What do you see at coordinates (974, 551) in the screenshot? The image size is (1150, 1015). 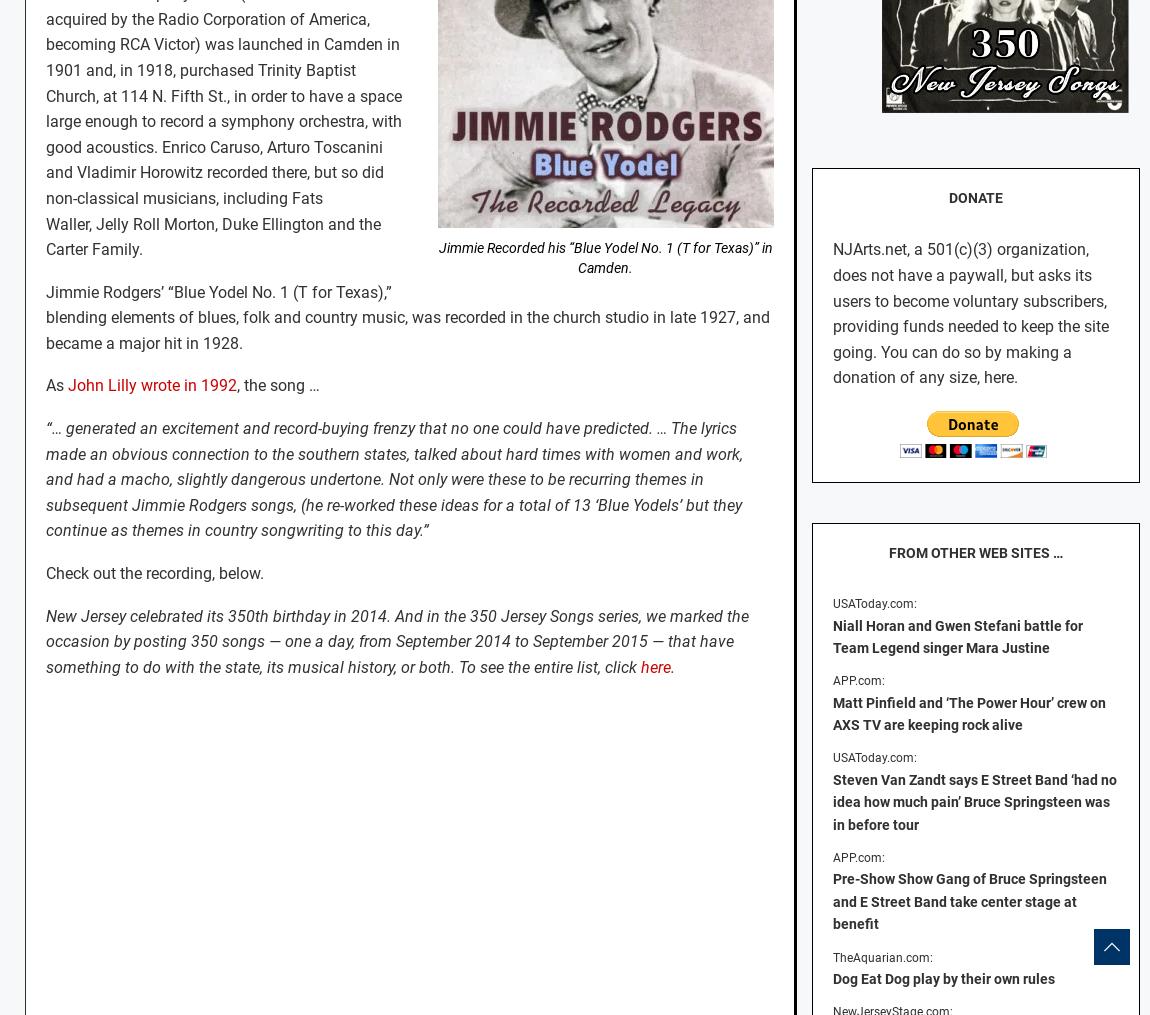 I see `'From Other Web Sites …'` at bounding box center [974, 551].